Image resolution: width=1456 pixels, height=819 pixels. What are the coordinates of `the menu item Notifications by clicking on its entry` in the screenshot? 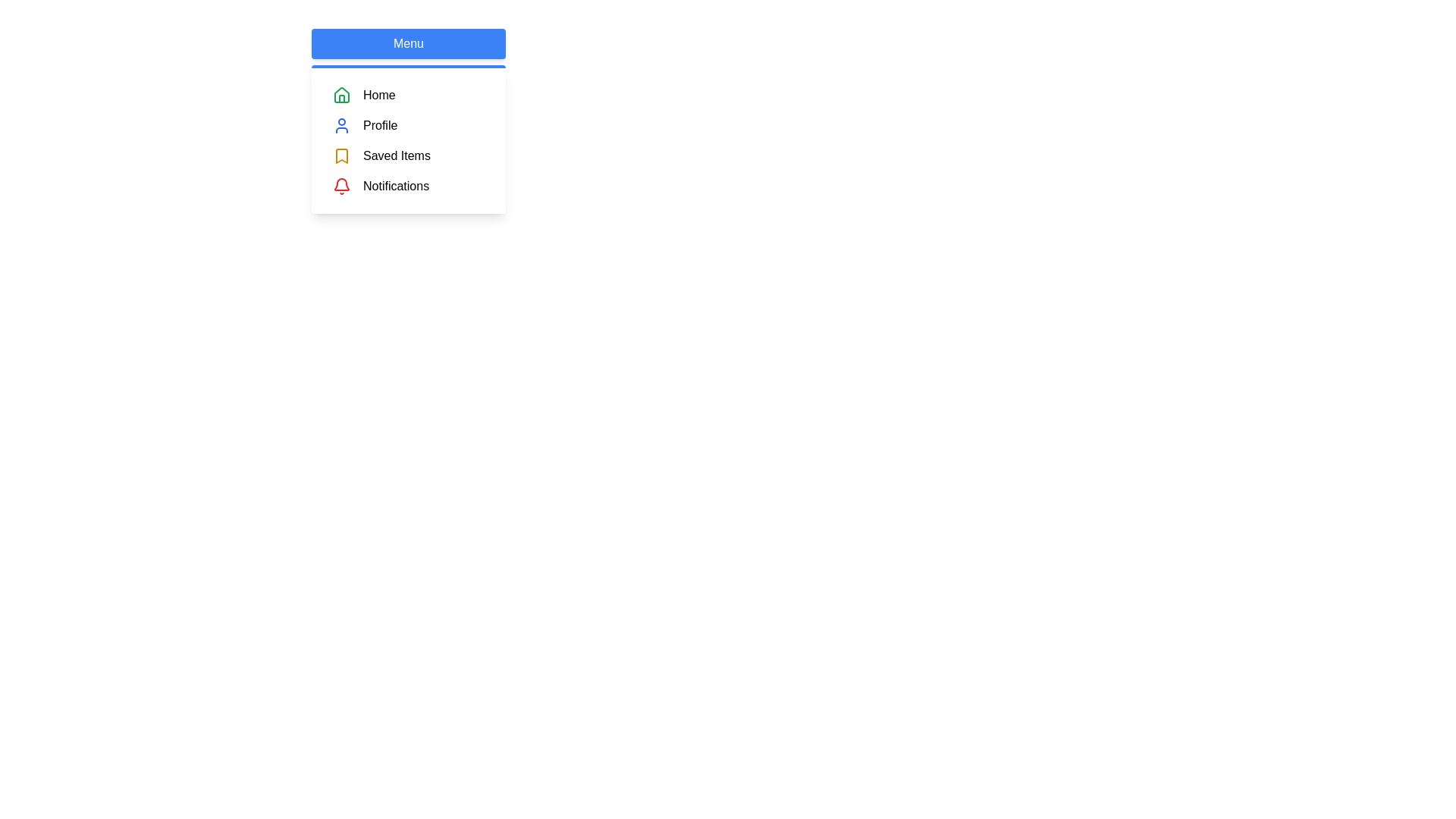 It's located at (408, 186).